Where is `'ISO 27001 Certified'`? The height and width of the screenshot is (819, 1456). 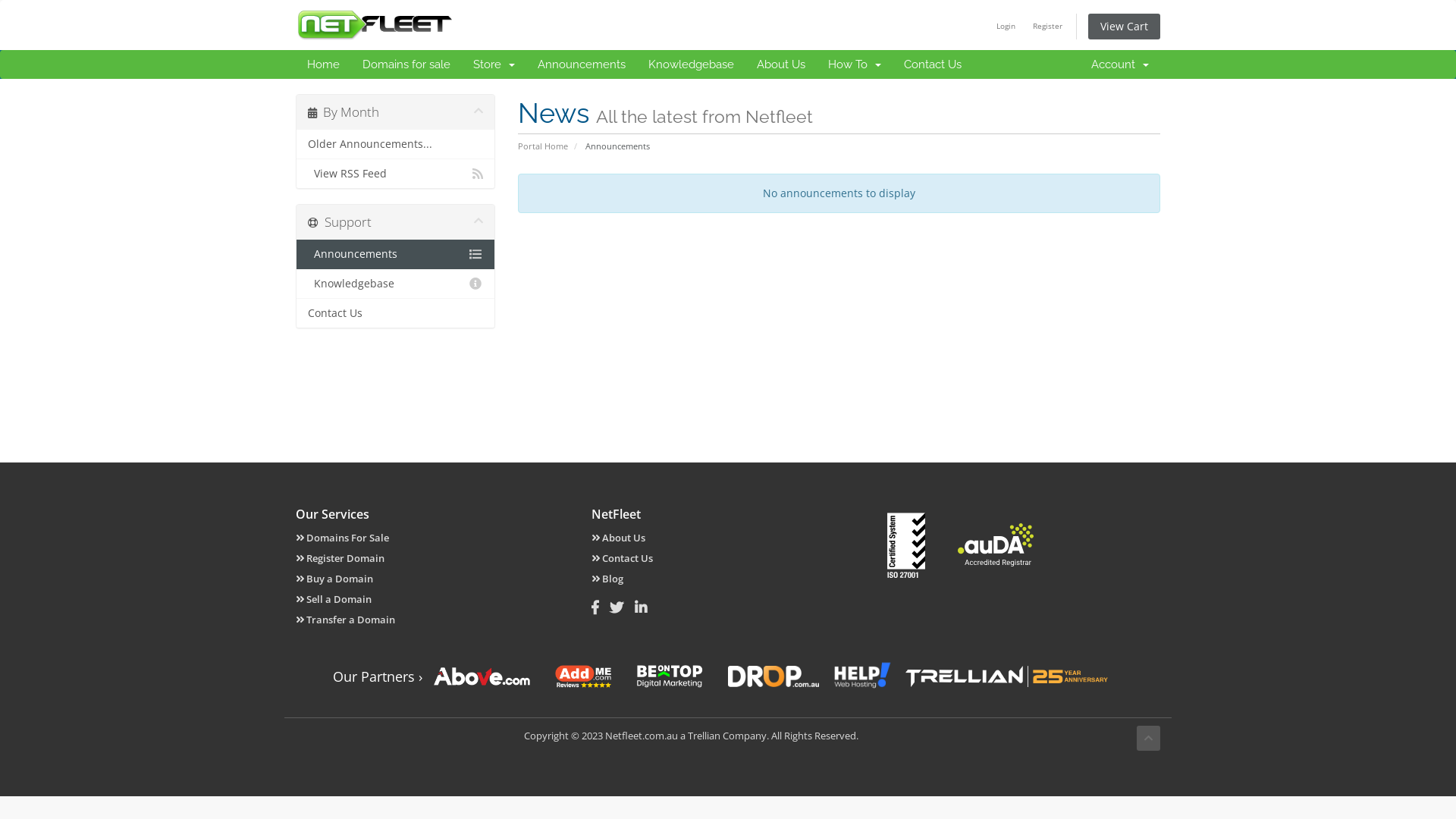 'ISO 27001 Certified' is located at coordinates (906, 544).